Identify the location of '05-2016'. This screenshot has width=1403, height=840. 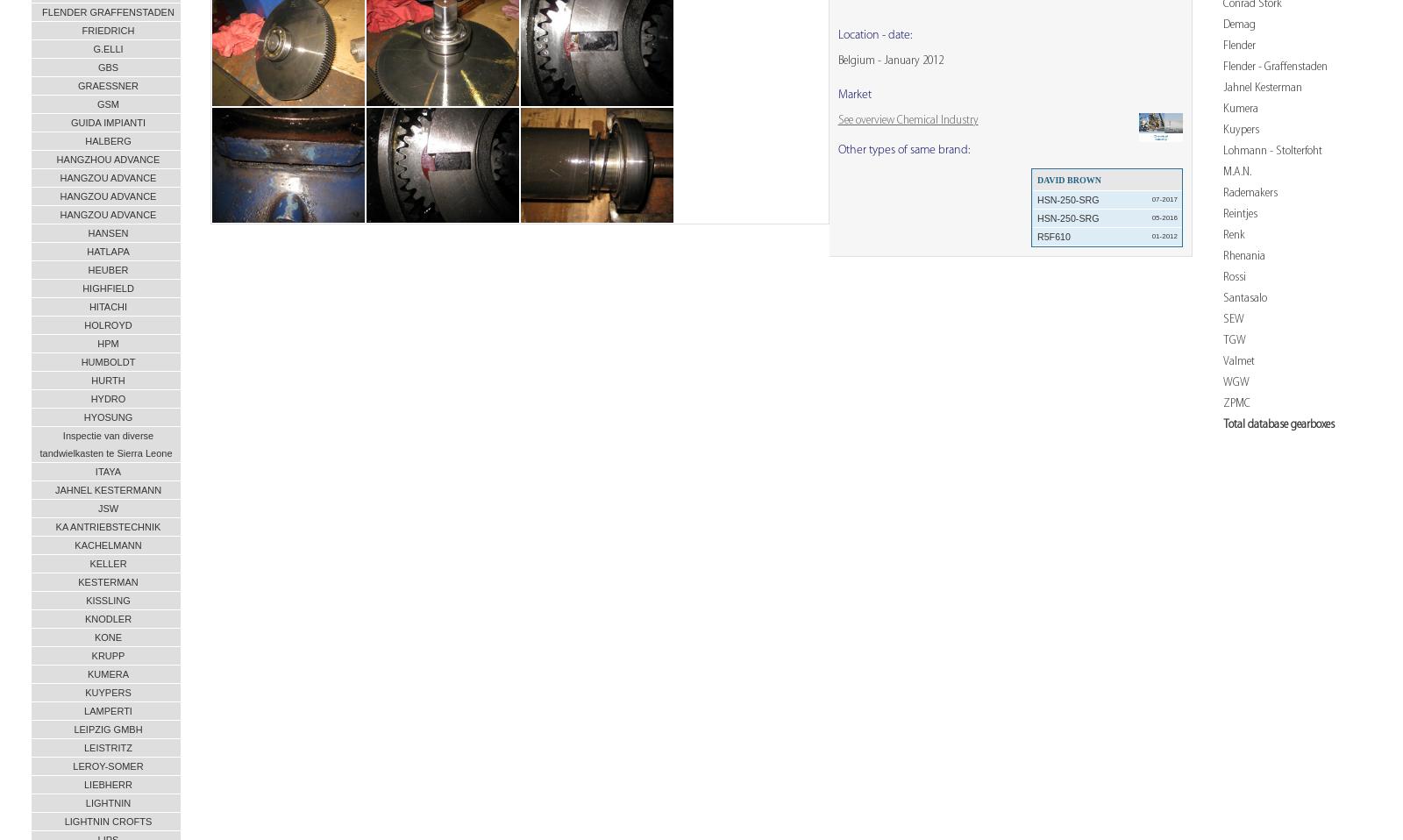
(1150, 217).